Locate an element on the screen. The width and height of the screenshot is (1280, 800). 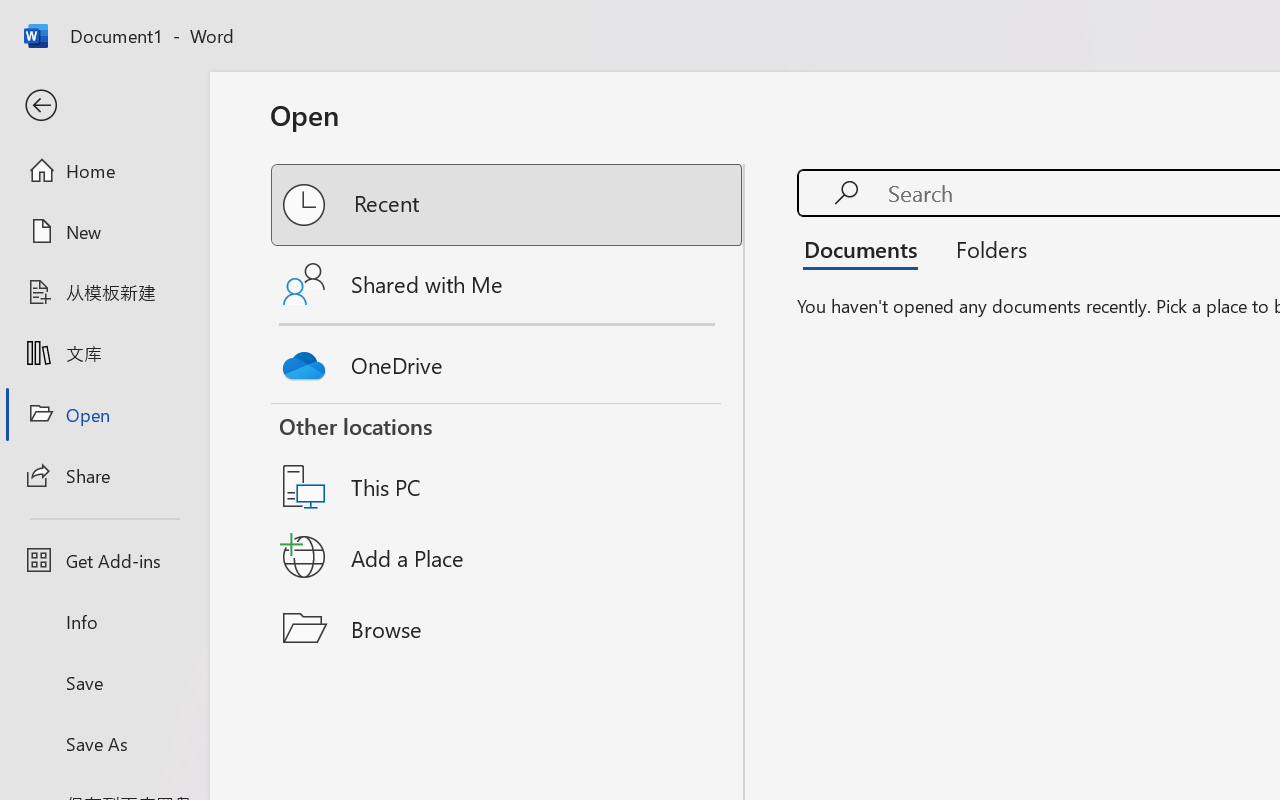
'Get Add-ins' is located at coordinates (103, 560).